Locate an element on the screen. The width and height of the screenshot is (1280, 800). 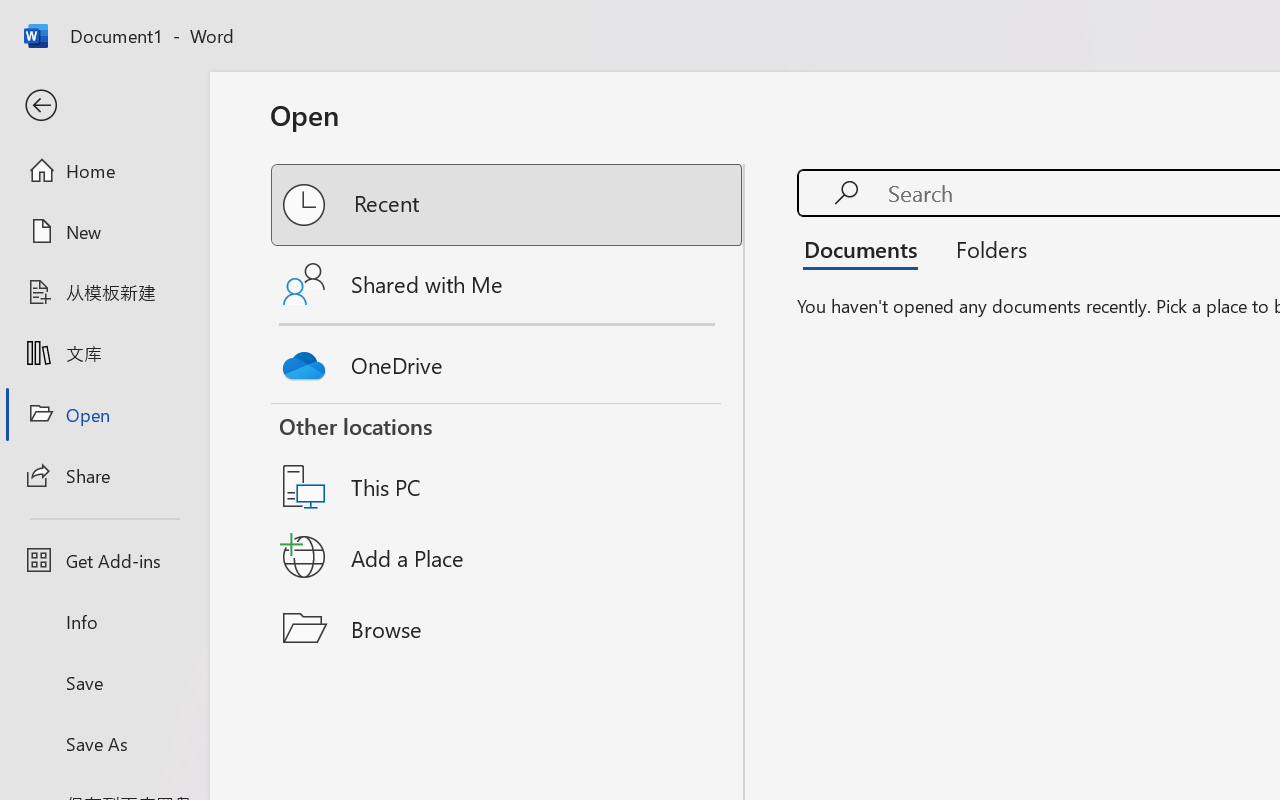
'Get Add-ins' is located at coordinates (103, 560).